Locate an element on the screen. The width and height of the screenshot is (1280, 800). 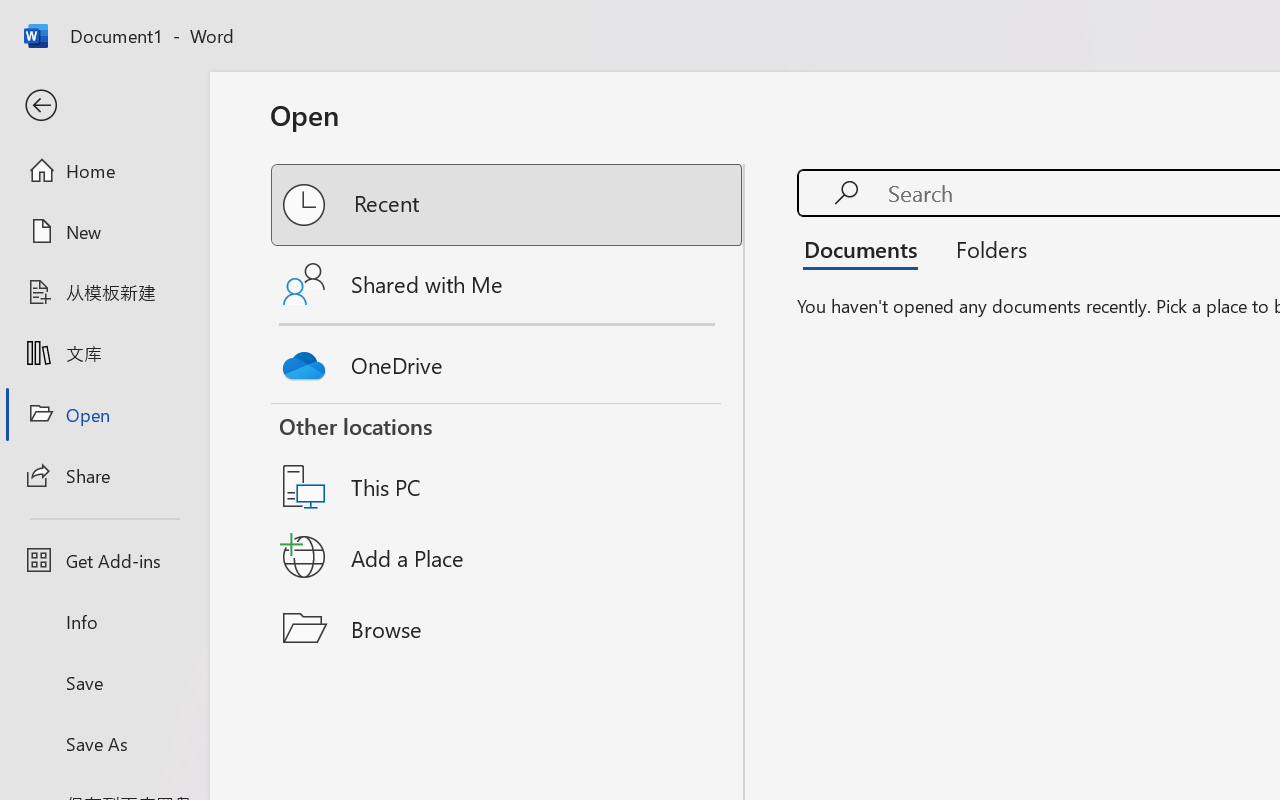
'Get Add-ins' is located at coordinates (103, 560).